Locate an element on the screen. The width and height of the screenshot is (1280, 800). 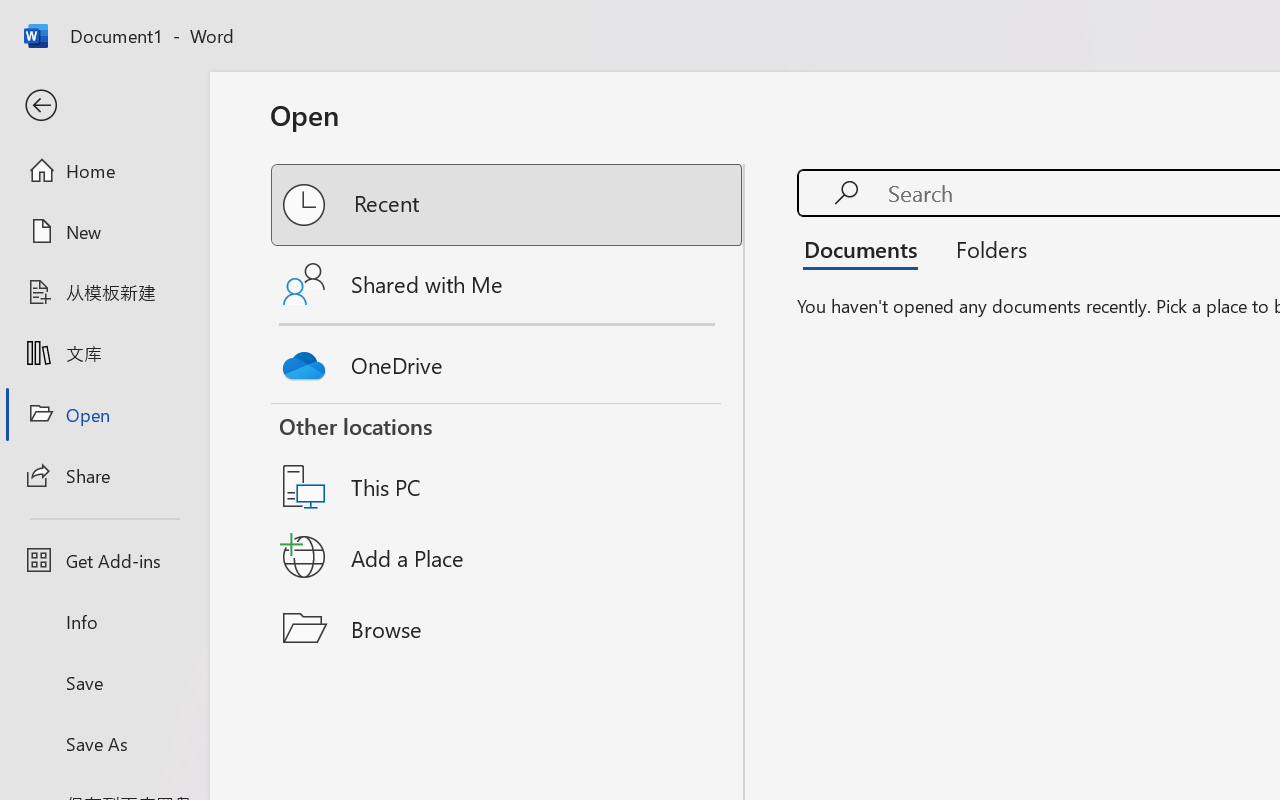
'Get Add-ins' is located at coordinates (103, 560).